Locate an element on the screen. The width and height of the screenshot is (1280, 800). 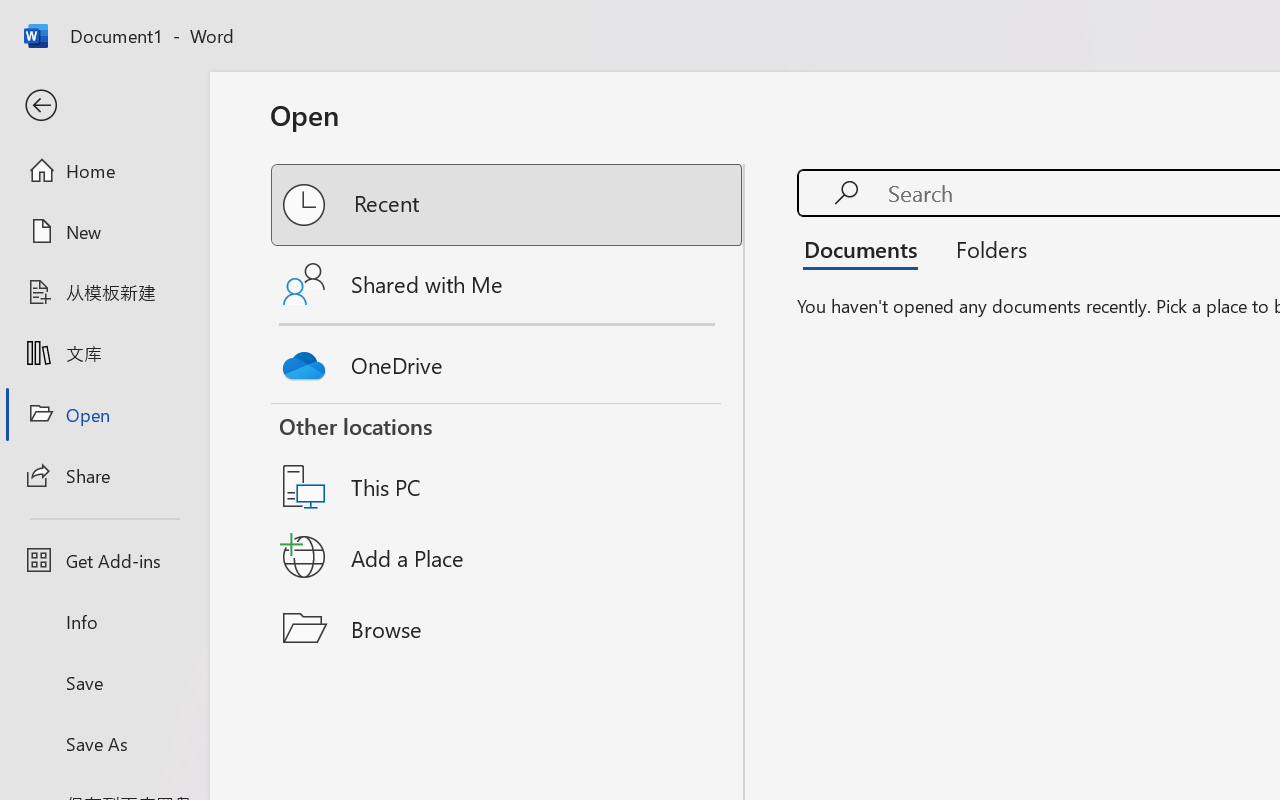
'Get Add-ins' is located at coordinates (103, 560).